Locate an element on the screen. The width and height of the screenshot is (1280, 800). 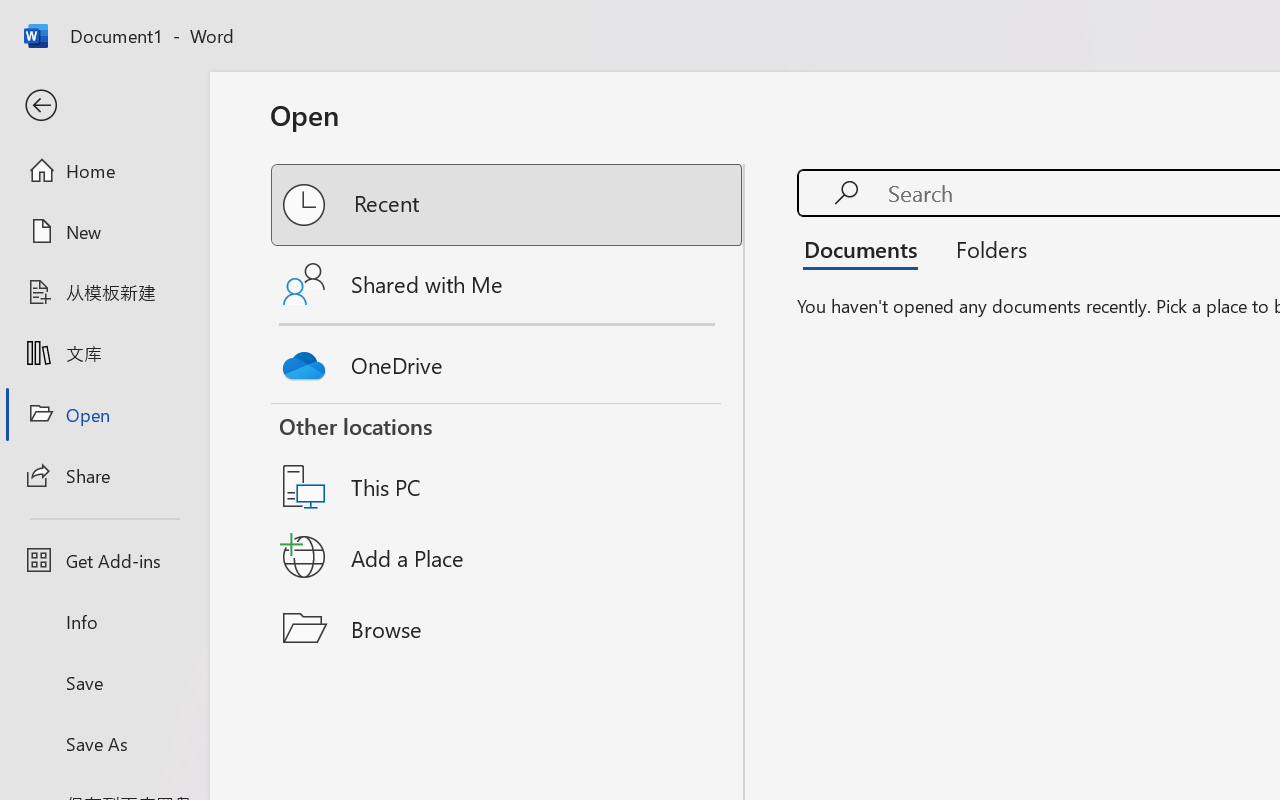
'Get Add-ins' is located at coordinates (103, 560).